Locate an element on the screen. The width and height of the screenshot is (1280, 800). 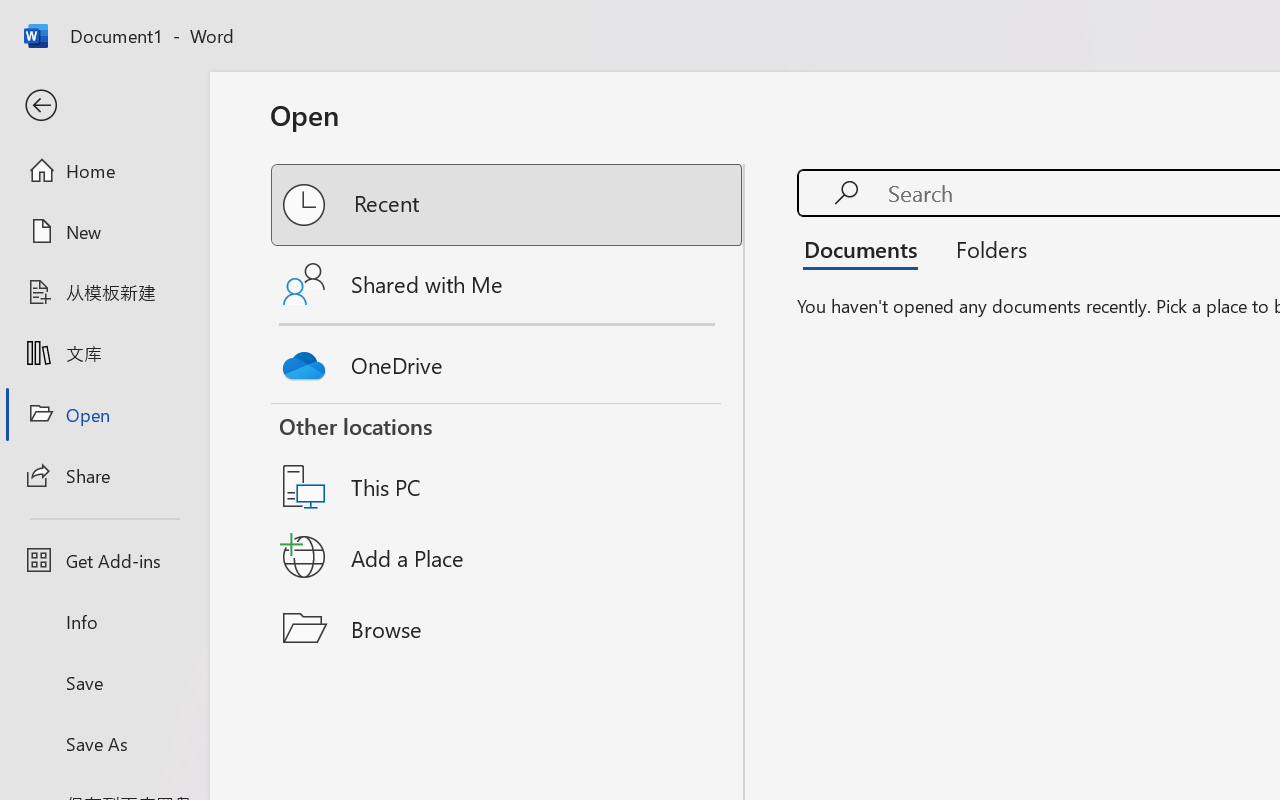
'Get Add-ins' is located at coordinates (103, 560).